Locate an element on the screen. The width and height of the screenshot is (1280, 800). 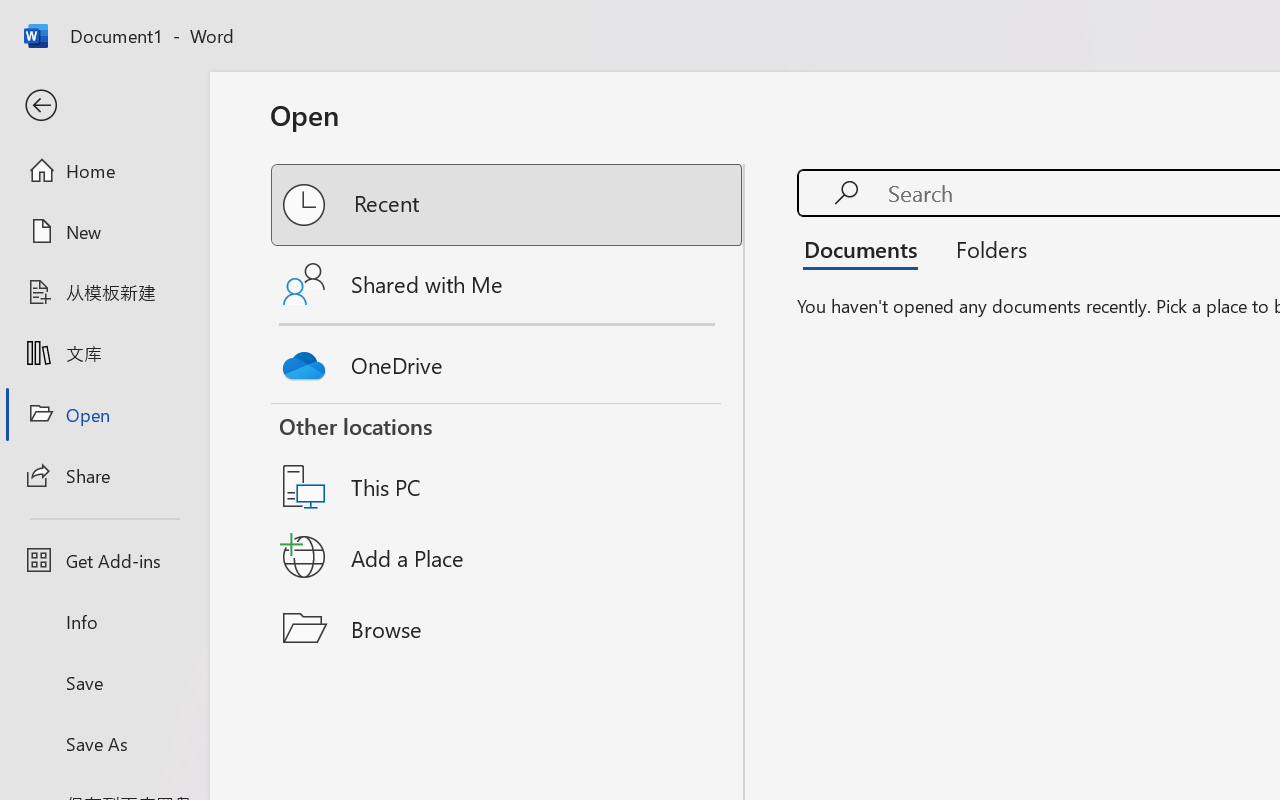
'Get Add-ins' is located at coordinates (103, 560).